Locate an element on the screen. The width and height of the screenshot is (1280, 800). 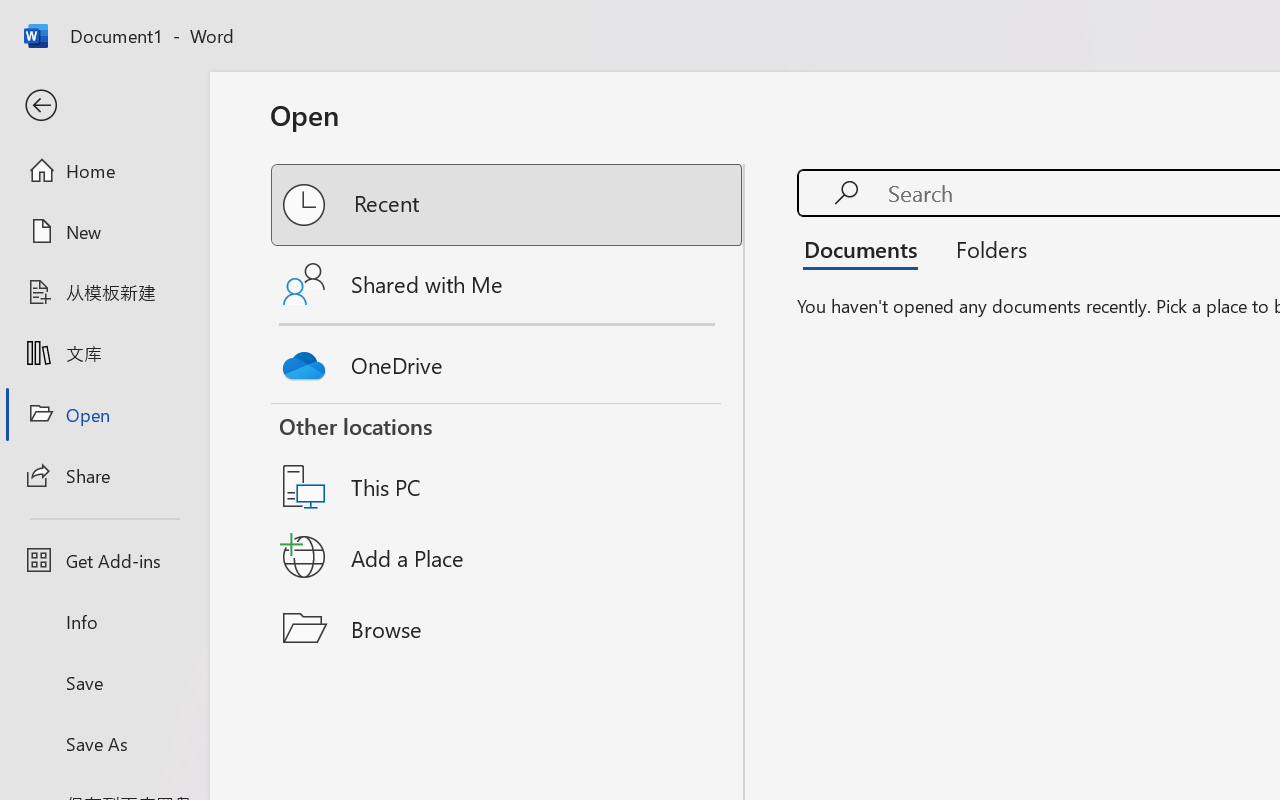
'Get Add-ins' is located at coordinates (103, 560).